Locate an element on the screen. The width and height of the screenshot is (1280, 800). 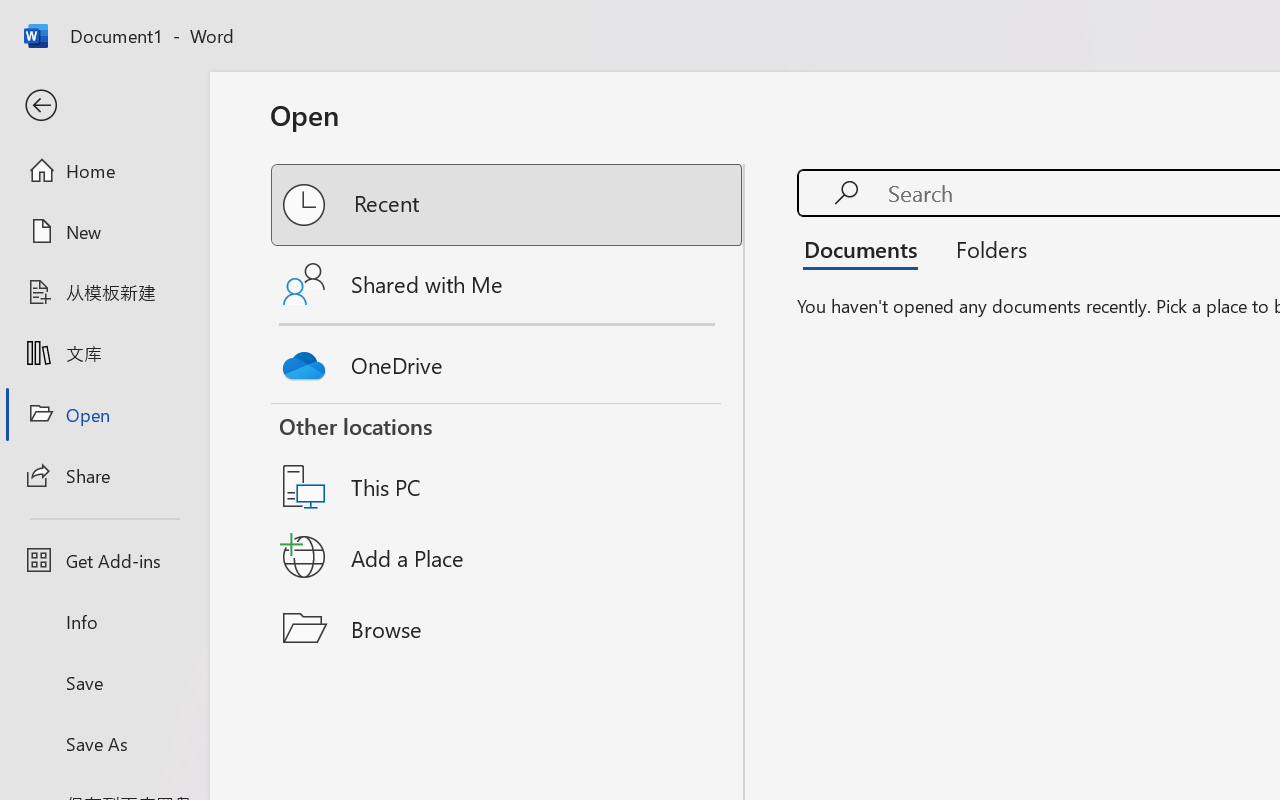
'Get Add-ins' is located at coordinates (103, 560).